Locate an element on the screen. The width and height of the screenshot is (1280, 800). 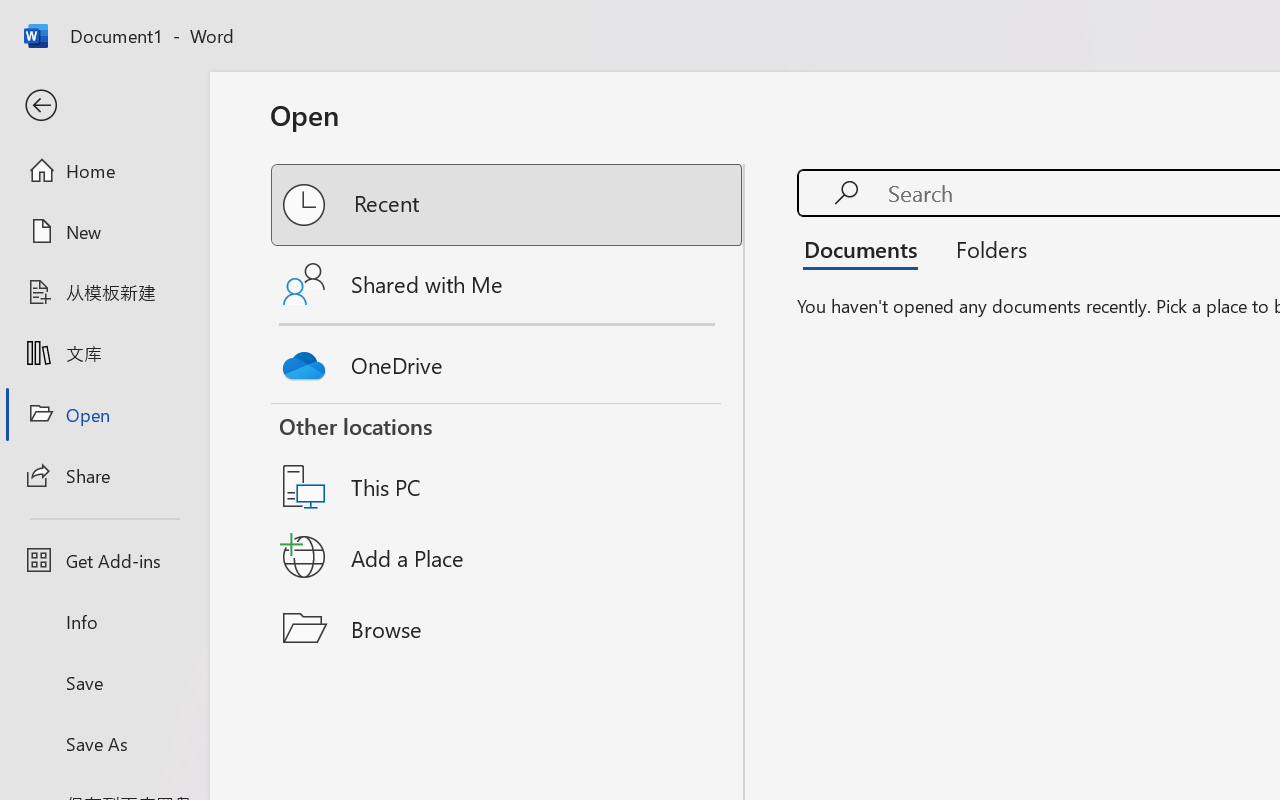
'Get Add-ins' is located at coordinates (103, 560).